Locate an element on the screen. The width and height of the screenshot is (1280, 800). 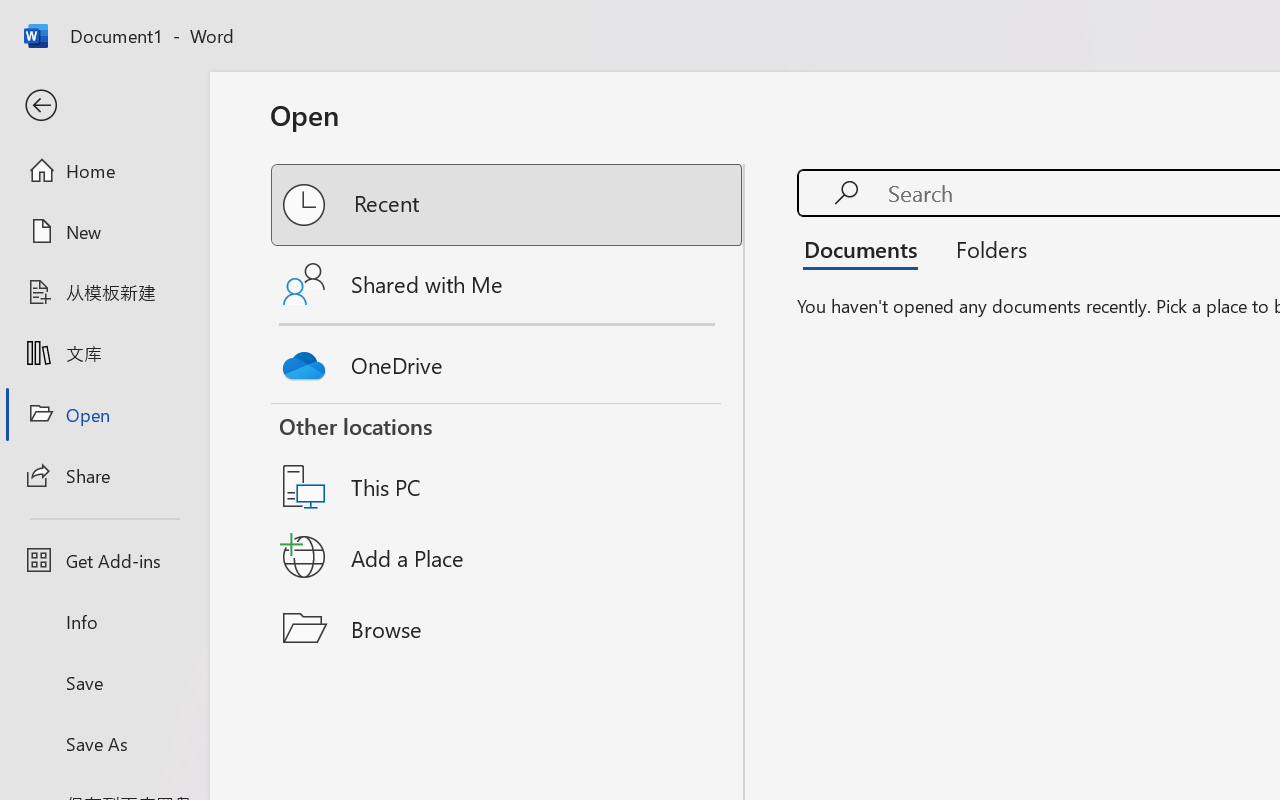
'Get Add-ins' is located at coordinates (103, 560).